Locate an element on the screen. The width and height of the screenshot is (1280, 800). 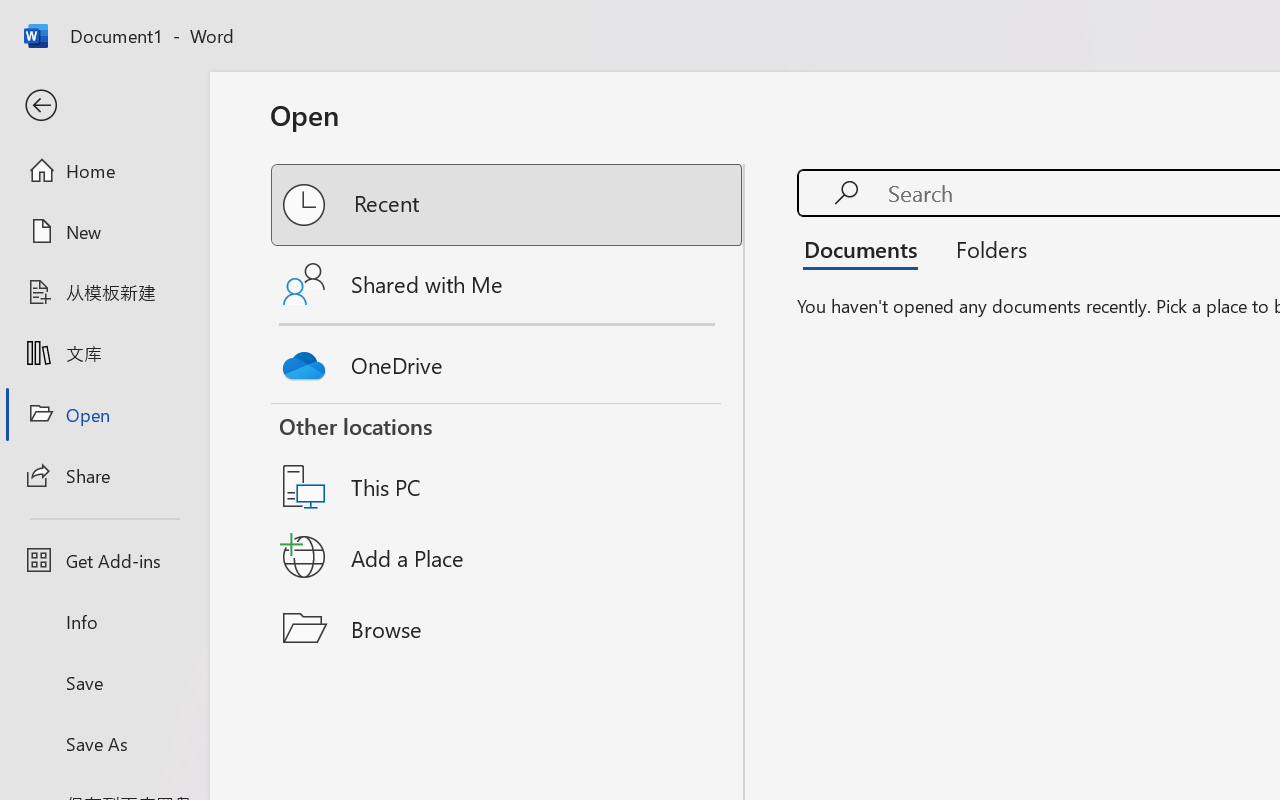
'Get Add-ins' is located at coordinates (103, 560).